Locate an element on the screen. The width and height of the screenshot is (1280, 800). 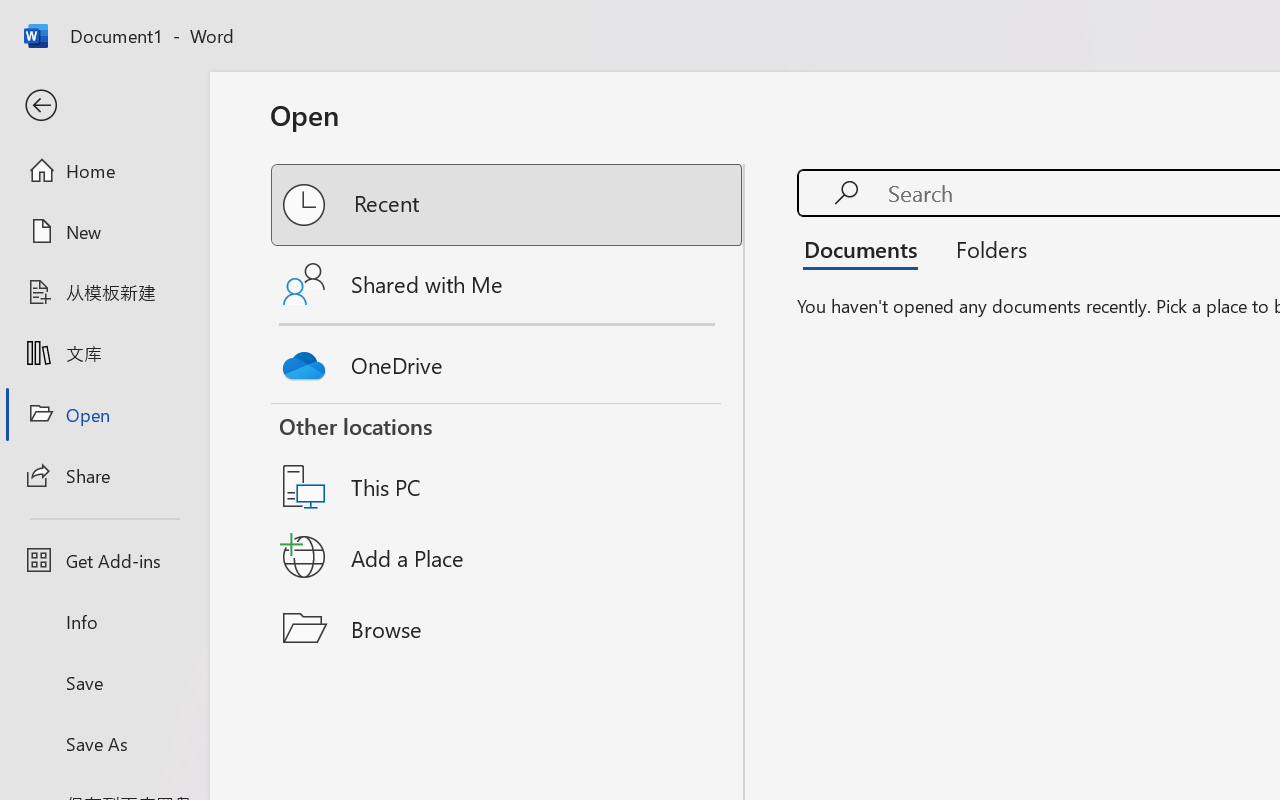
'Get Add-ins' is located at coordinates (103, 560).